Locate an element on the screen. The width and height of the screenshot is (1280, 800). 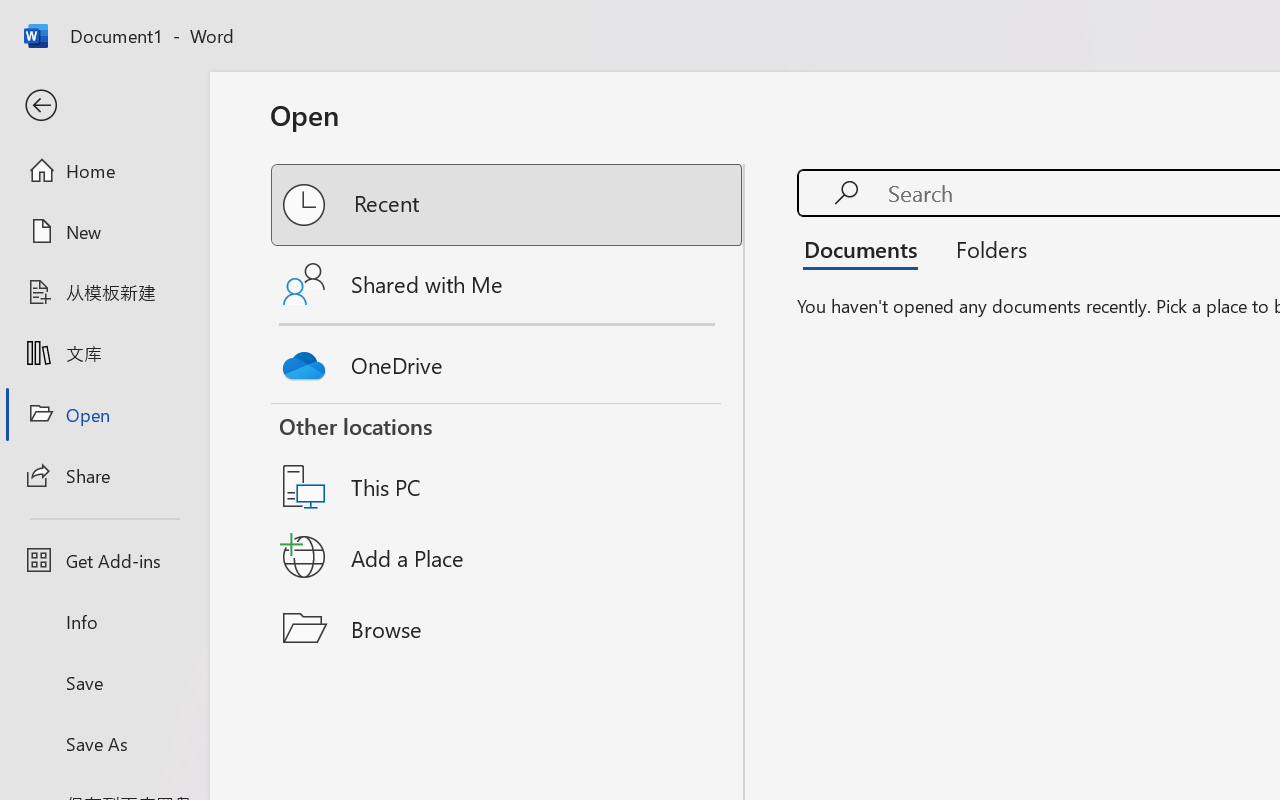
'Get Add-ins' is located at coordinates (103, 560).